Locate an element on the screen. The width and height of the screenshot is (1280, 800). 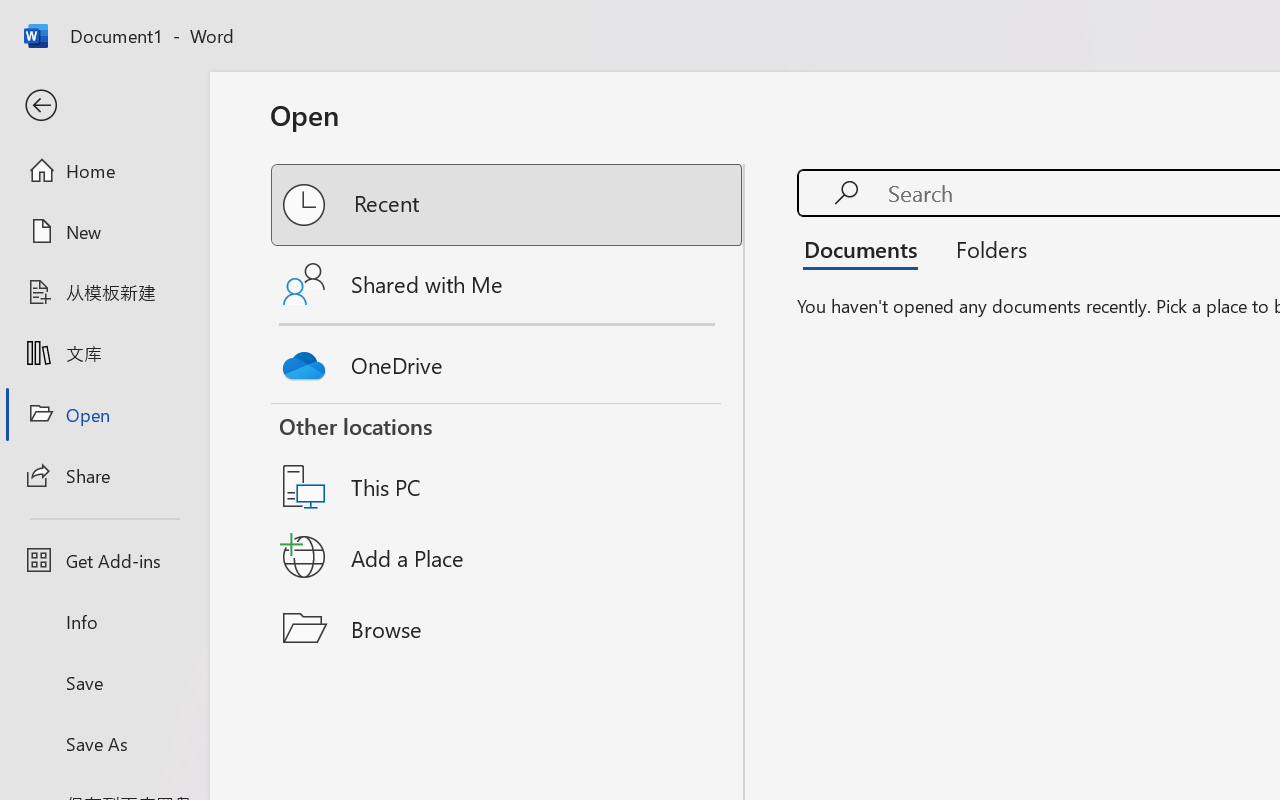
'Get Add-ins' is located at coordinates (103, 560).